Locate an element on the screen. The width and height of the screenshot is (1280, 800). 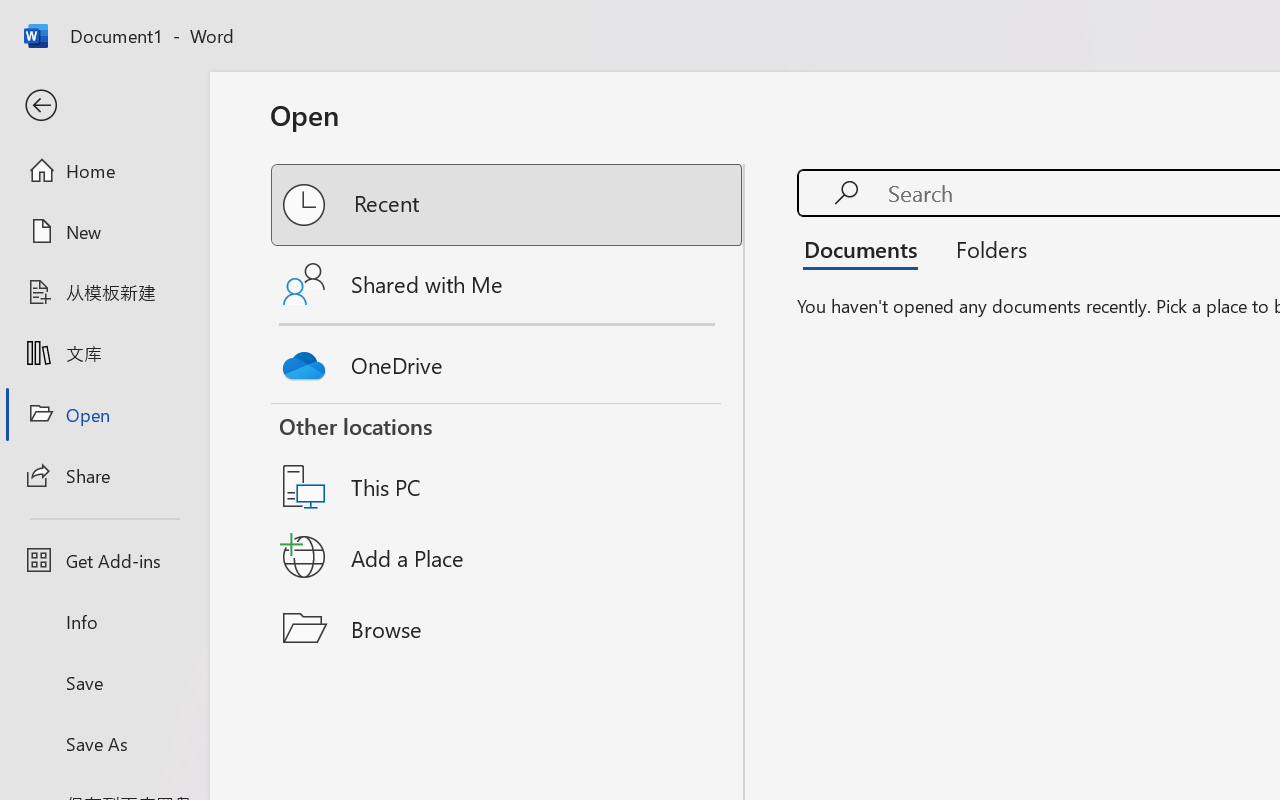
'Get Add-ins' is located at coordinates (103, 560).